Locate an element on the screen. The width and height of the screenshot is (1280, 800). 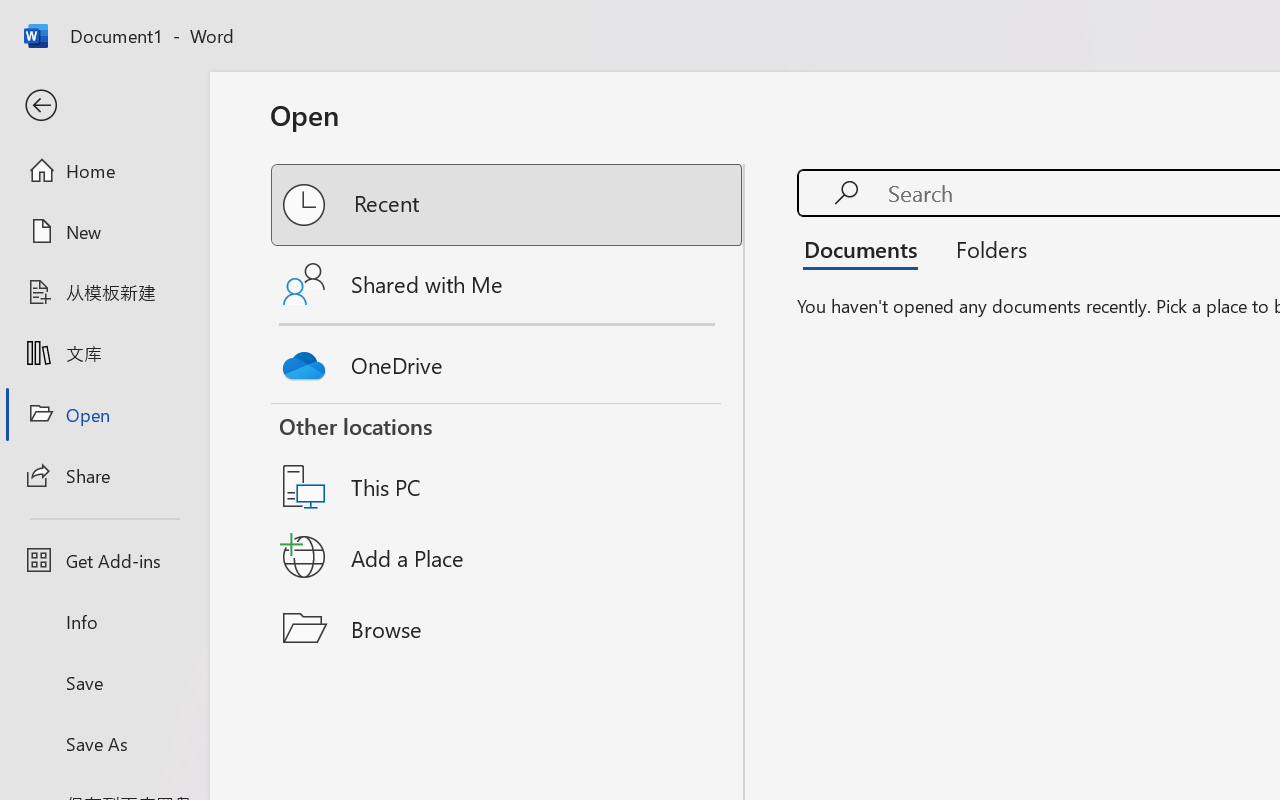
'Get Add-ins' is located at coordinates (103, 560).